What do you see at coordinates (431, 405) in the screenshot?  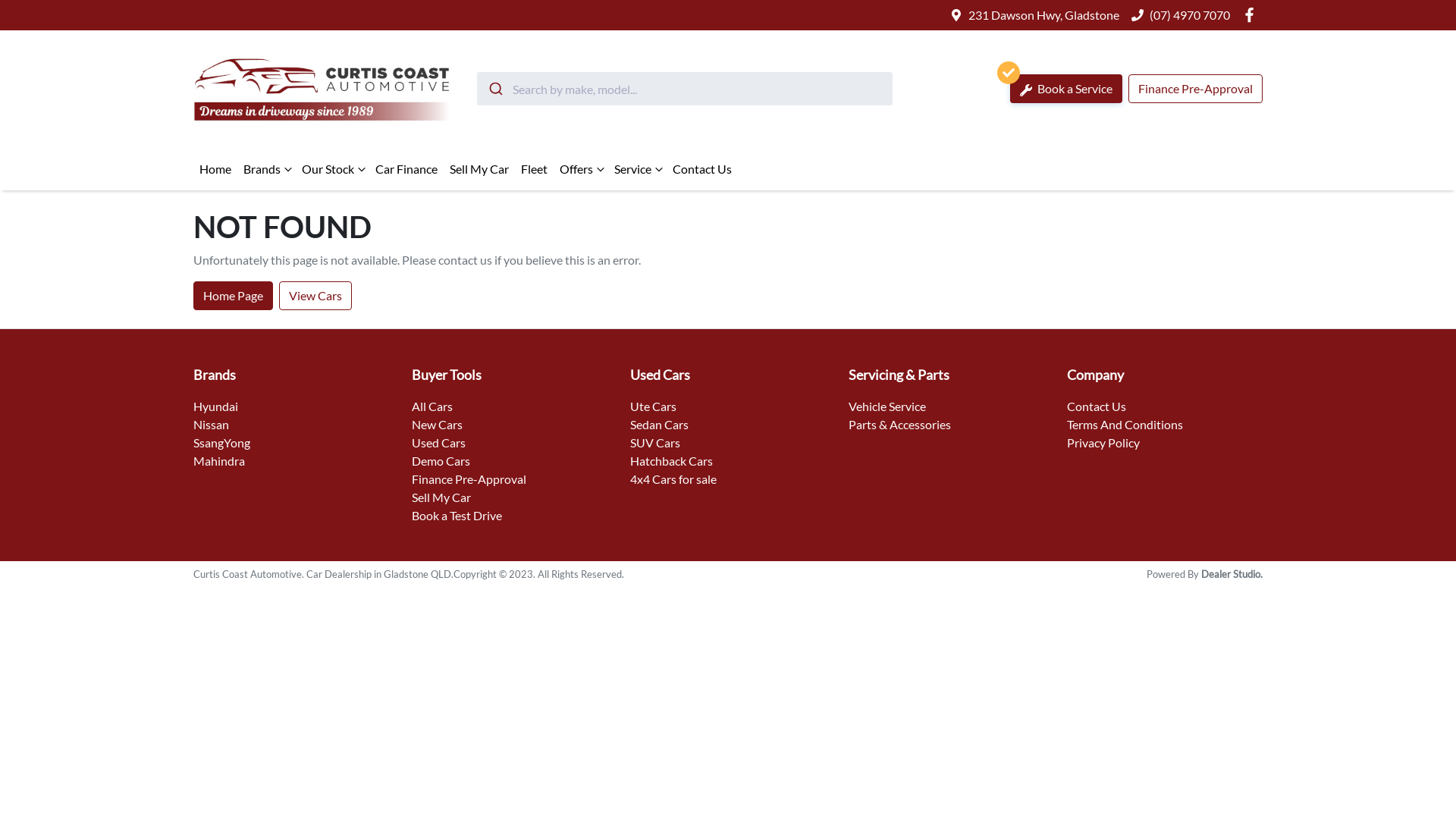 I see `'All Cars'` at bounding box center [431, 405].